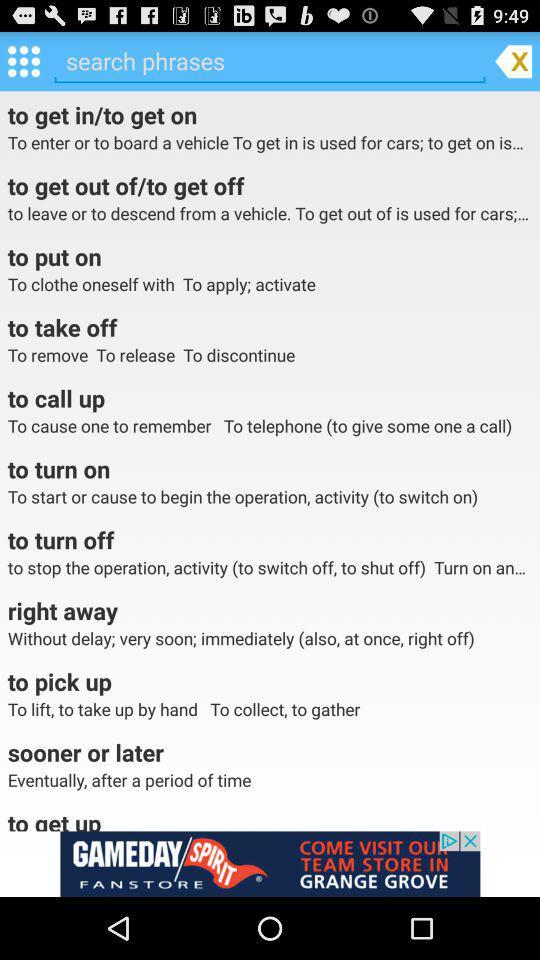  I want to click on close, so click(513, 59).